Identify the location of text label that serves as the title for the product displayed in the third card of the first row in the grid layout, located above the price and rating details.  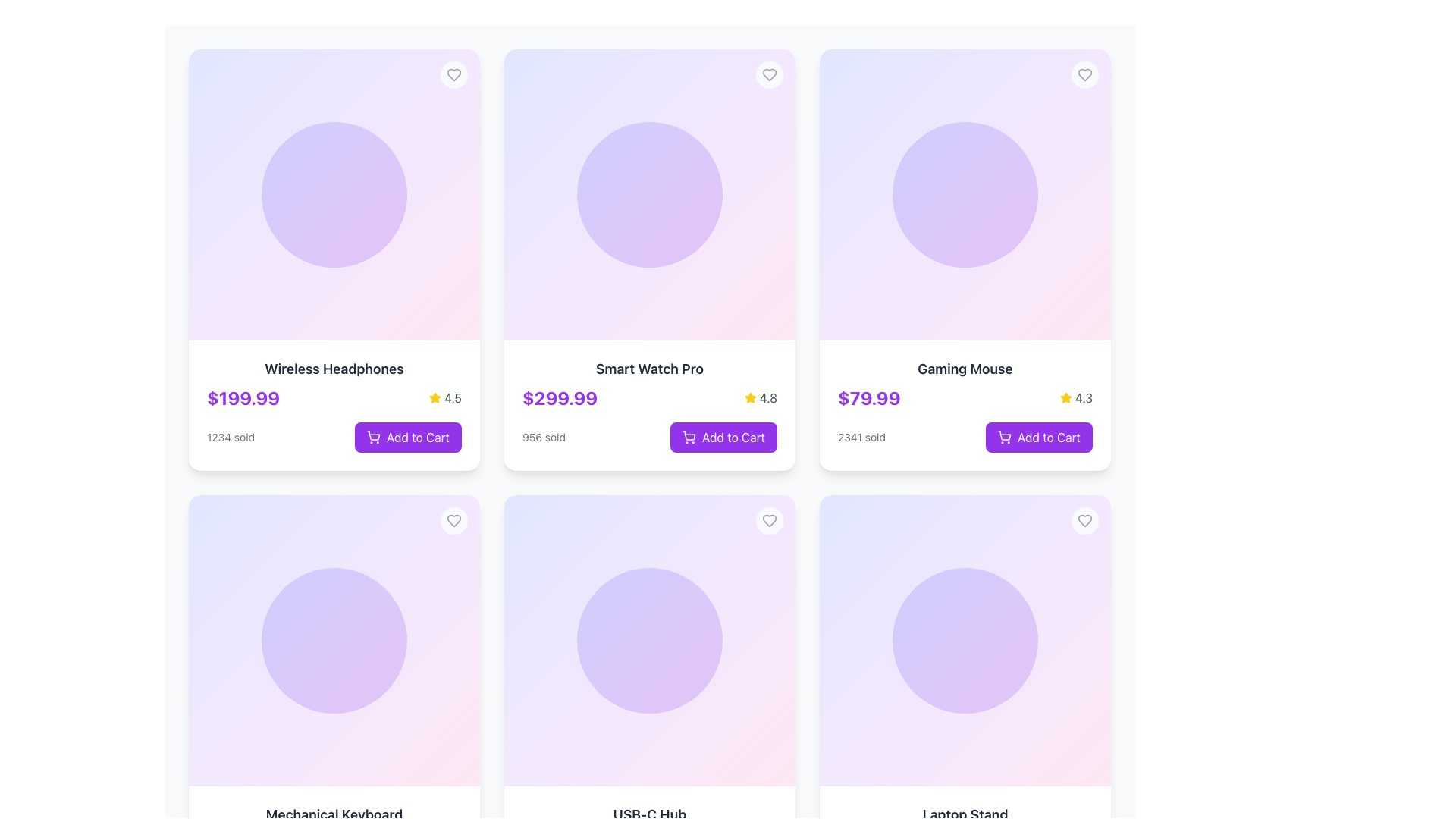
(964, 369).